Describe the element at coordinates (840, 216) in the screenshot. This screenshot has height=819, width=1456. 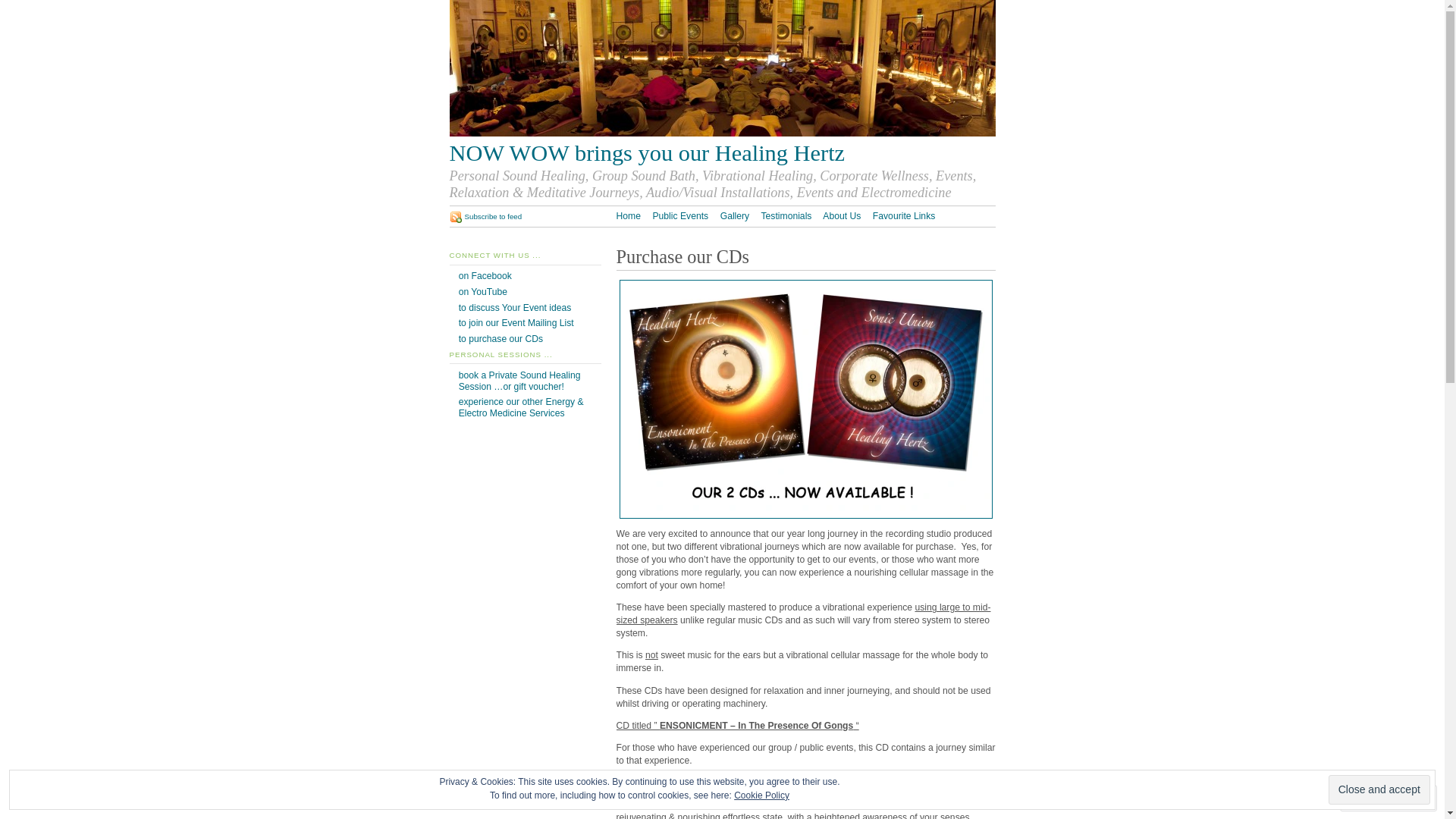
I see `'About Us'` at that location.